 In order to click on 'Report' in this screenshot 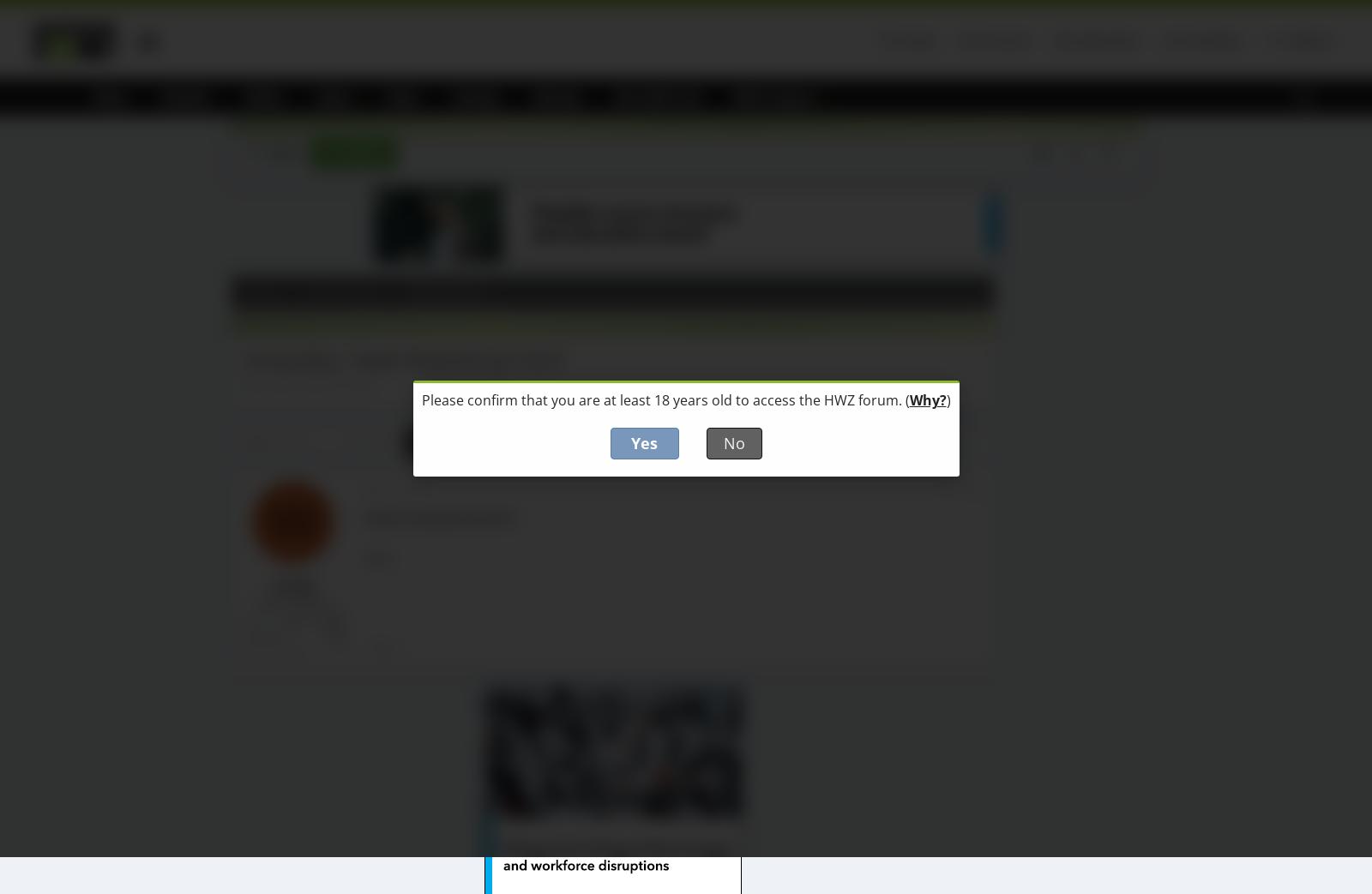, I will do `click(384, 646)`.